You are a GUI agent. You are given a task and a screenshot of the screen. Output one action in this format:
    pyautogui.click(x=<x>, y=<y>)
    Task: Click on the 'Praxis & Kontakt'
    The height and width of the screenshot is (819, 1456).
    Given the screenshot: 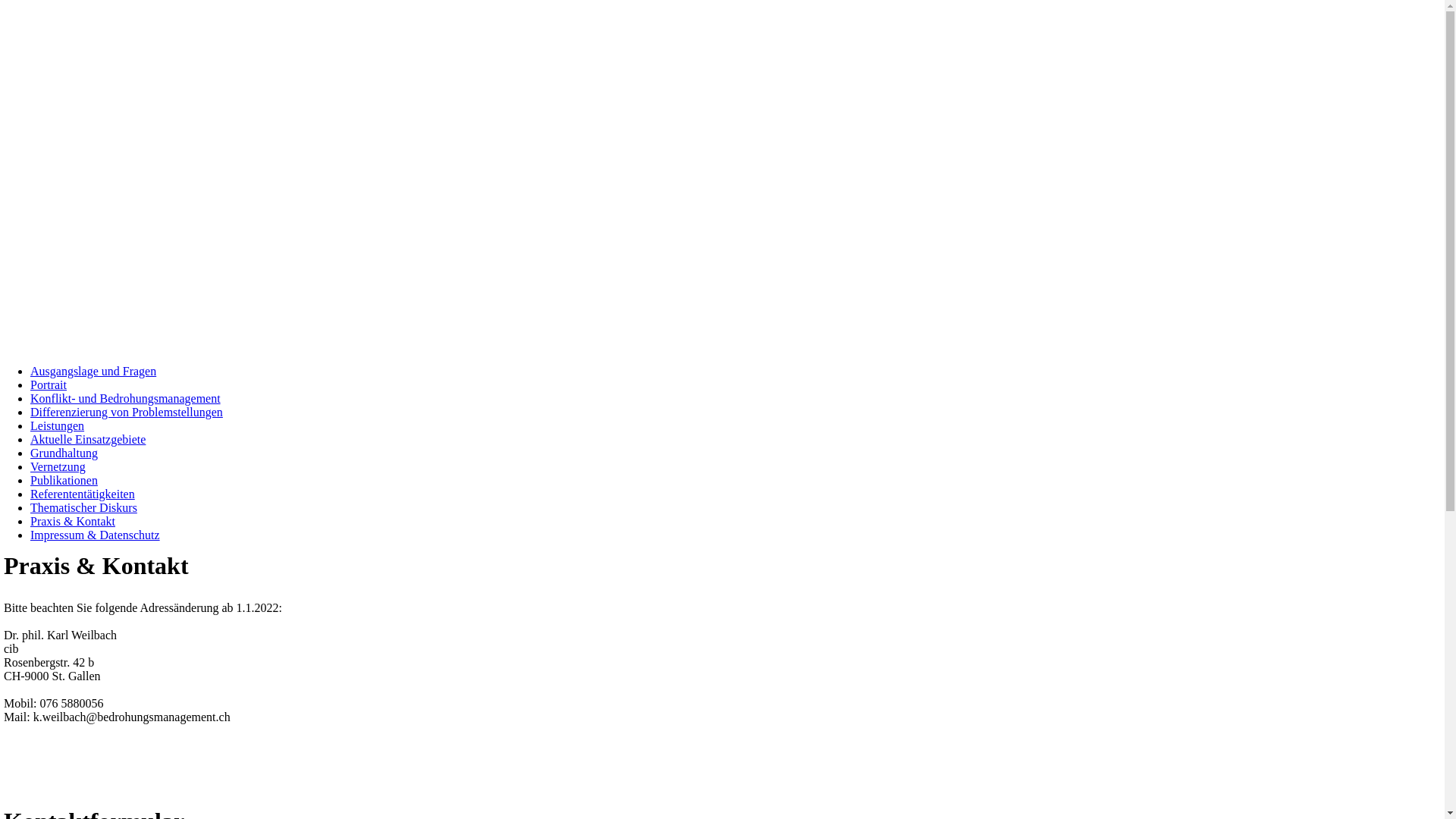 What is the action you would take?
    pyautogui.click(x=72, y=520)
    